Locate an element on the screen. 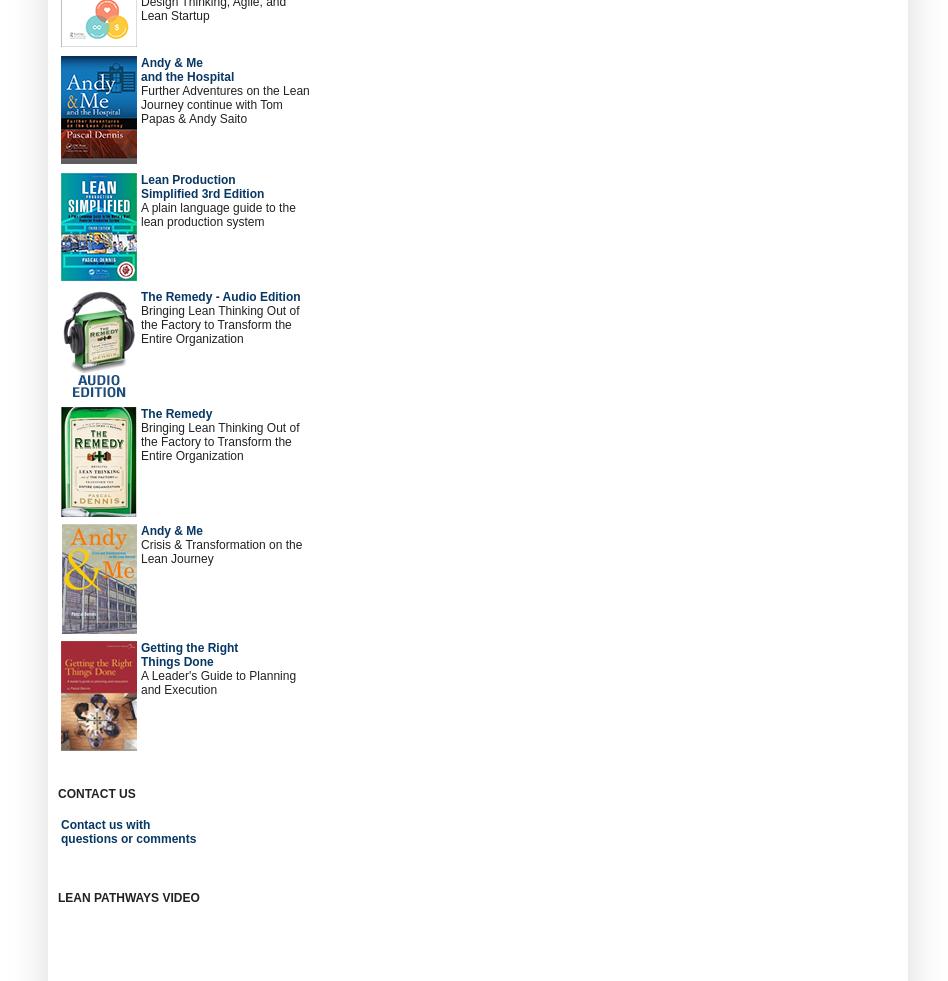  'Crisis & Transformation on the Lean Journey' is located at coordinates (220, 552).